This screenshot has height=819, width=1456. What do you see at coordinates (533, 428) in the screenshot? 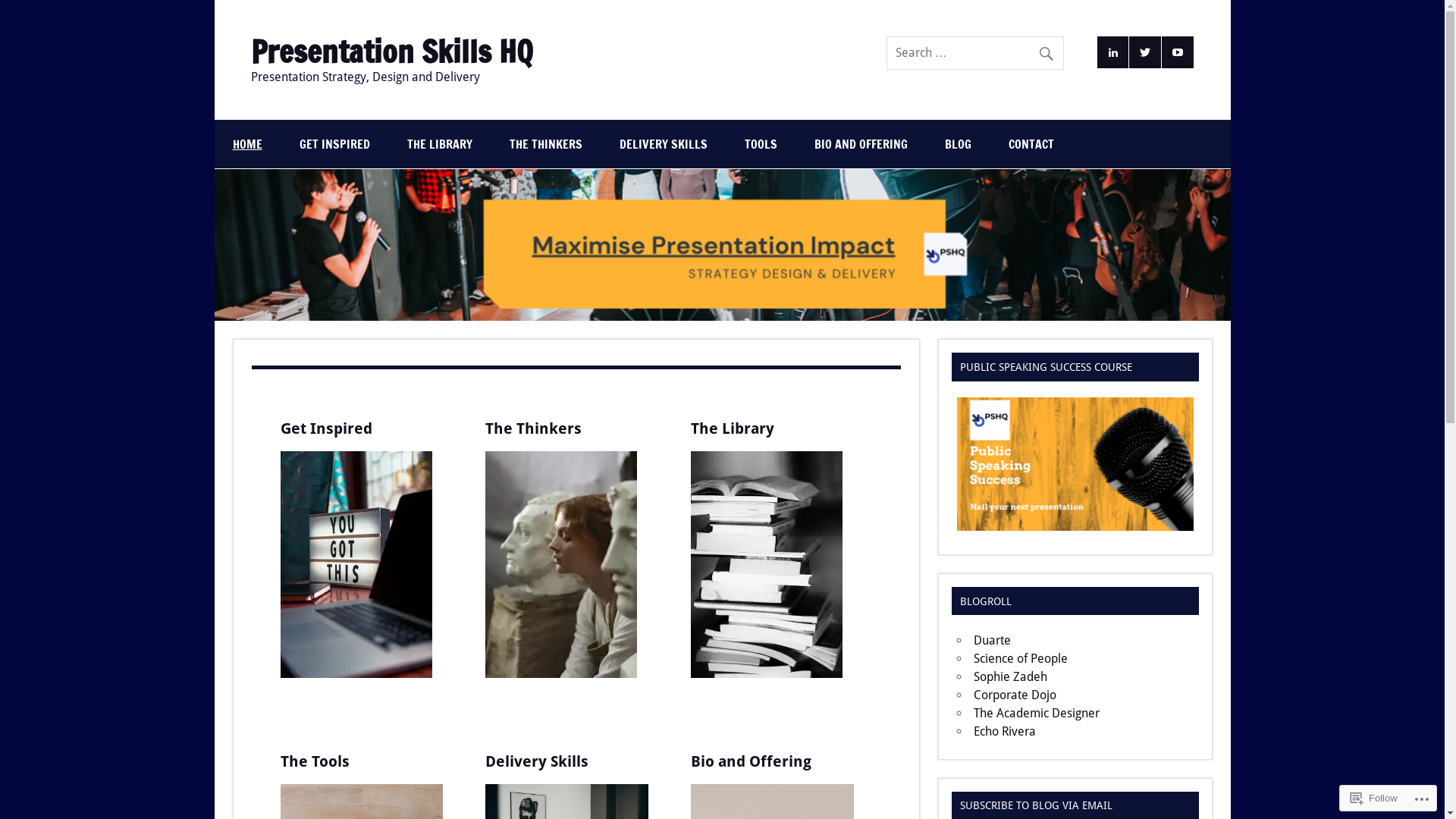
I see `'The Thinkers'` at bounding box center [533, 428].